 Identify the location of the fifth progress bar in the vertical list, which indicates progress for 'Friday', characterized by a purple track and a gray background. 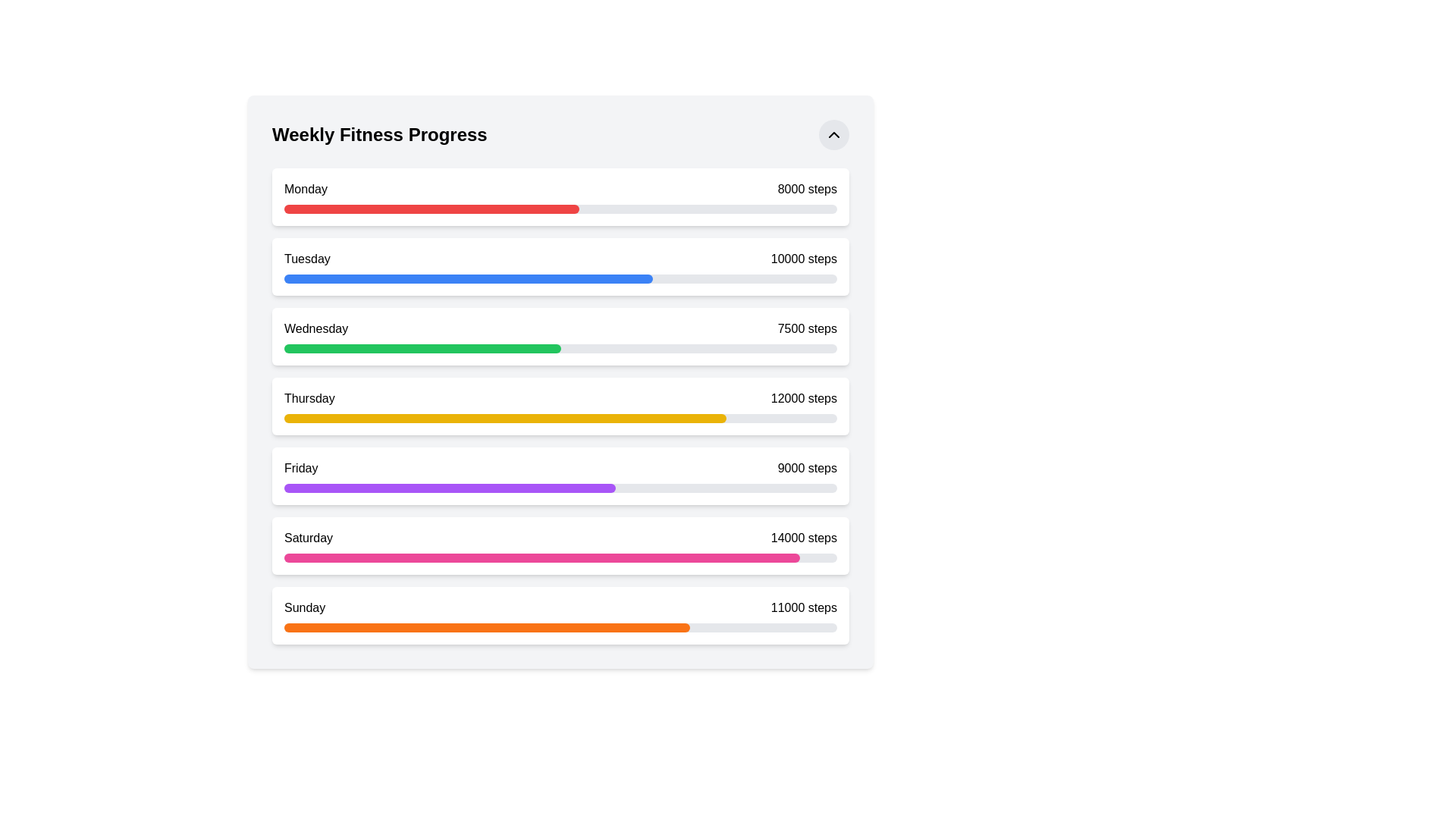
(560, 488).